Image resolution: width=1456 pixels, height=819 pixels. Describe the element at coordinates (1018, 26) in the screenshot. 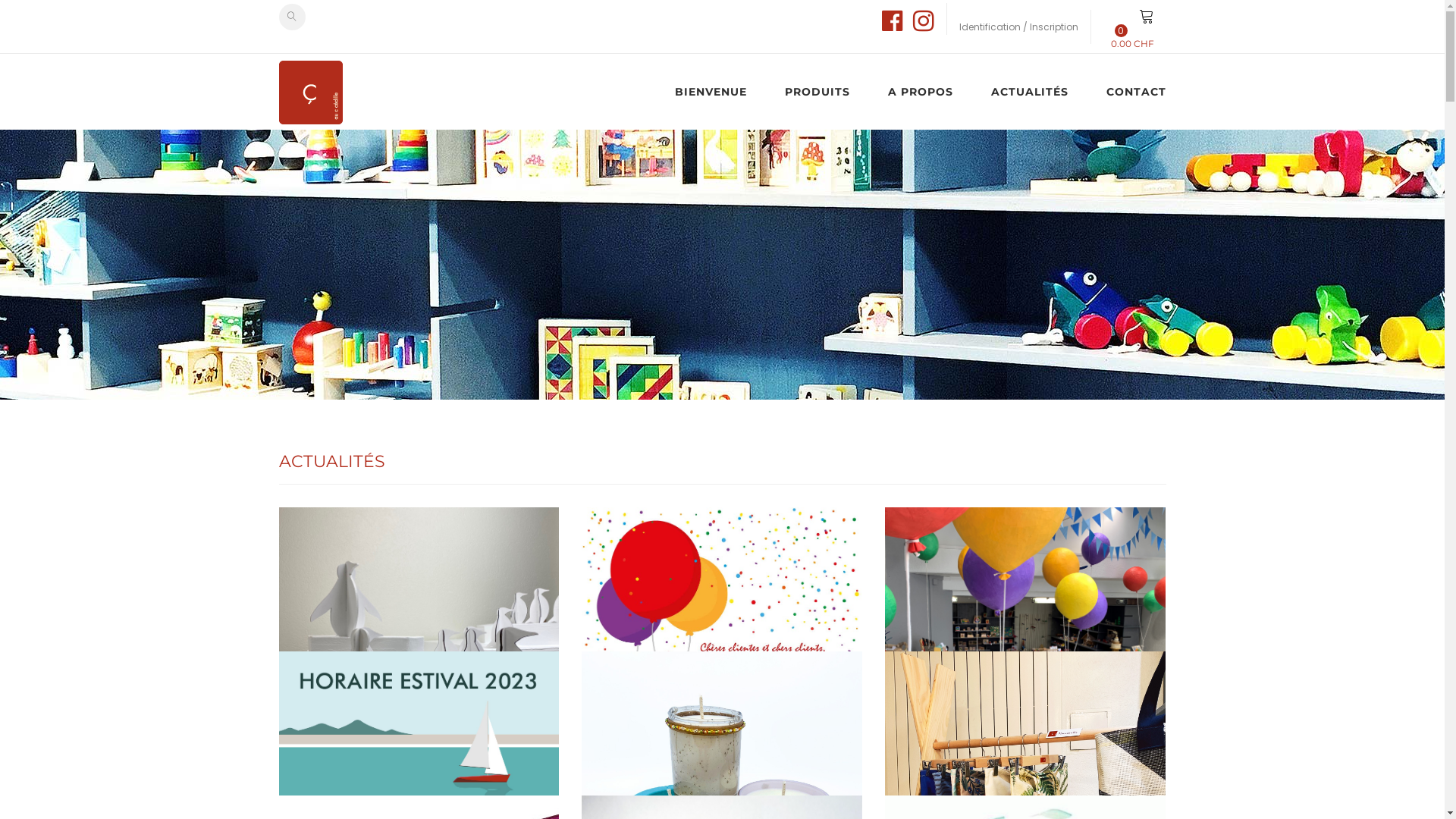

I see `'Identification / Inscription'` at that location.